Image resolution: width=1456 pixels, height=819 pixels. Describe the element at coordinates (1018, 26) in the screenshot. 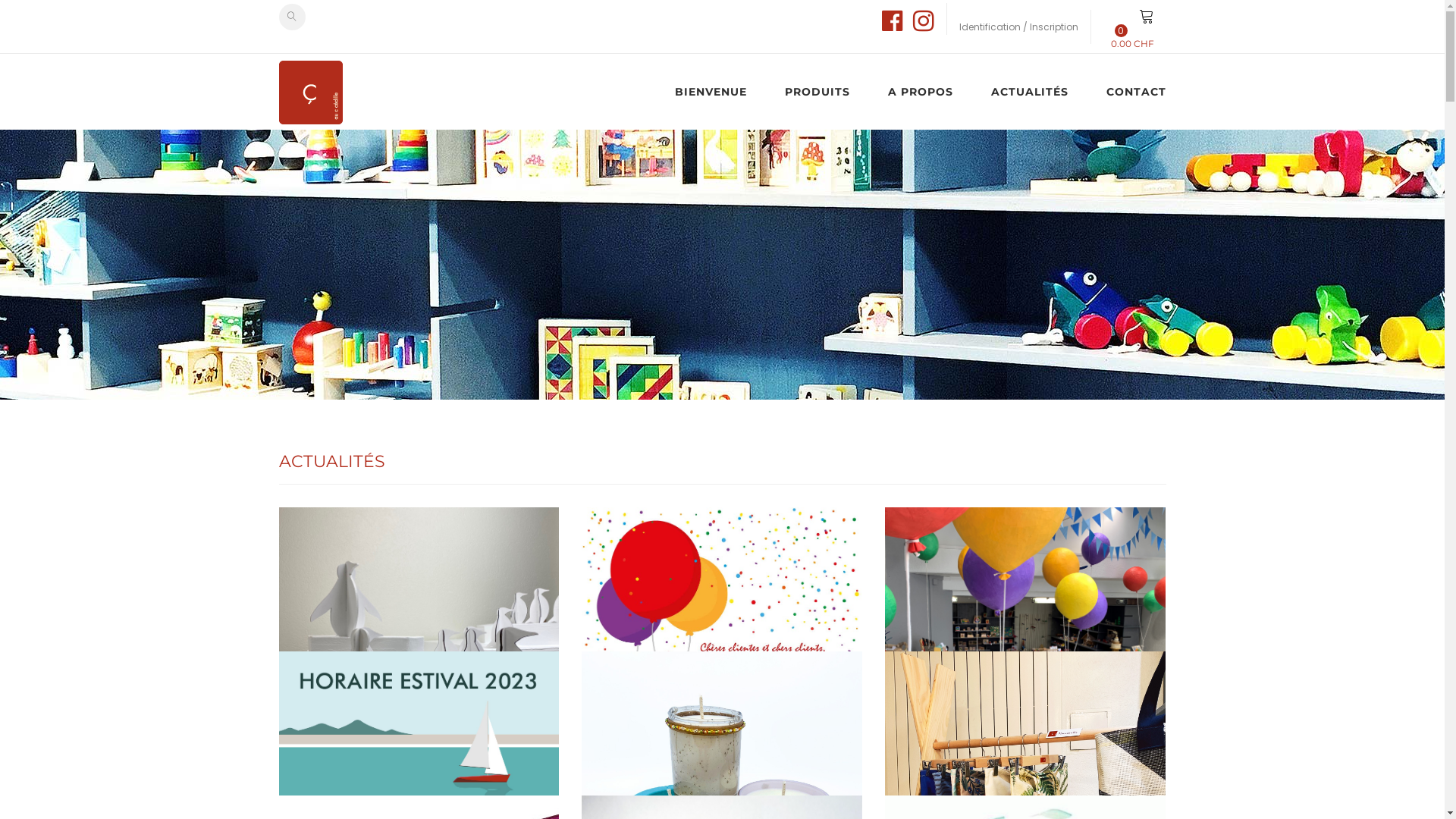

I see `'Identification / Inscription'` at that location.